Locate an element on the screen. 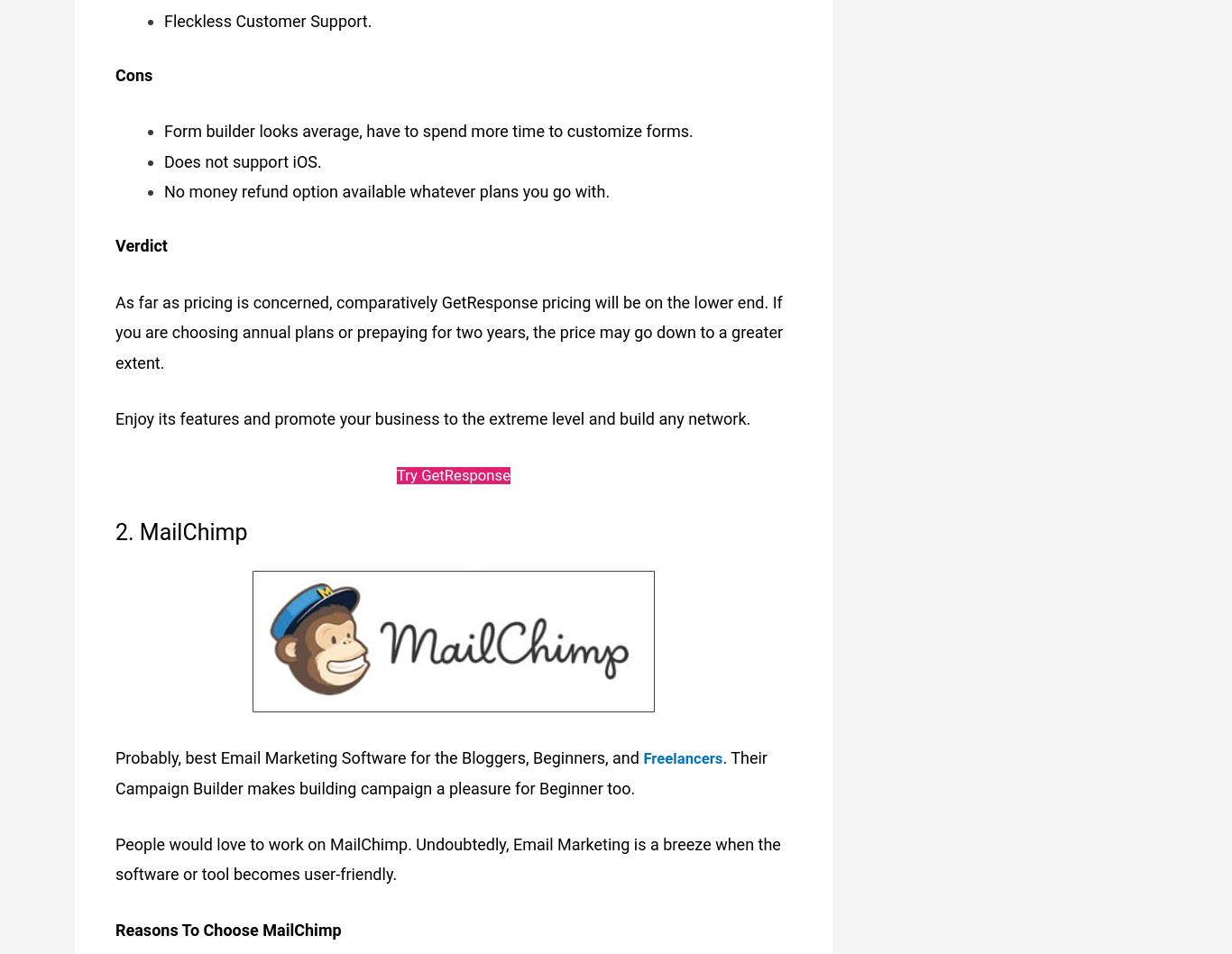 Image resolution: width=1232 pixels, height=954 pixels. 'Enjoy its features and promote your business to the extreme level and build any network.' is located at coordinates (433, 414).